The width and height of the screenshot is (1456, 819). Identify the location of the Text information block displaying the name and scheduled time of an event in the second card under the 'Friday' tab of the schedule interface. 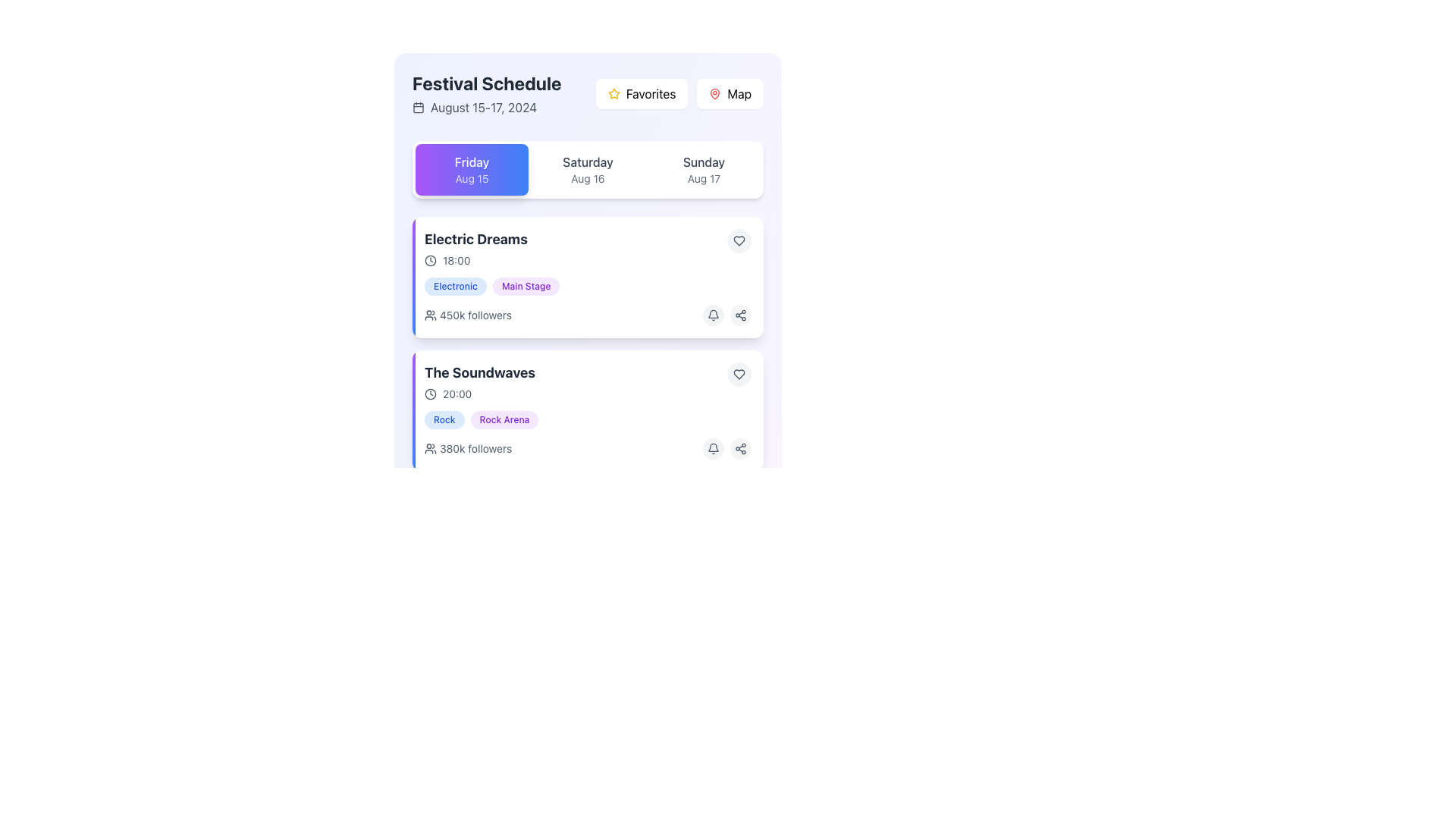
(479, 381).